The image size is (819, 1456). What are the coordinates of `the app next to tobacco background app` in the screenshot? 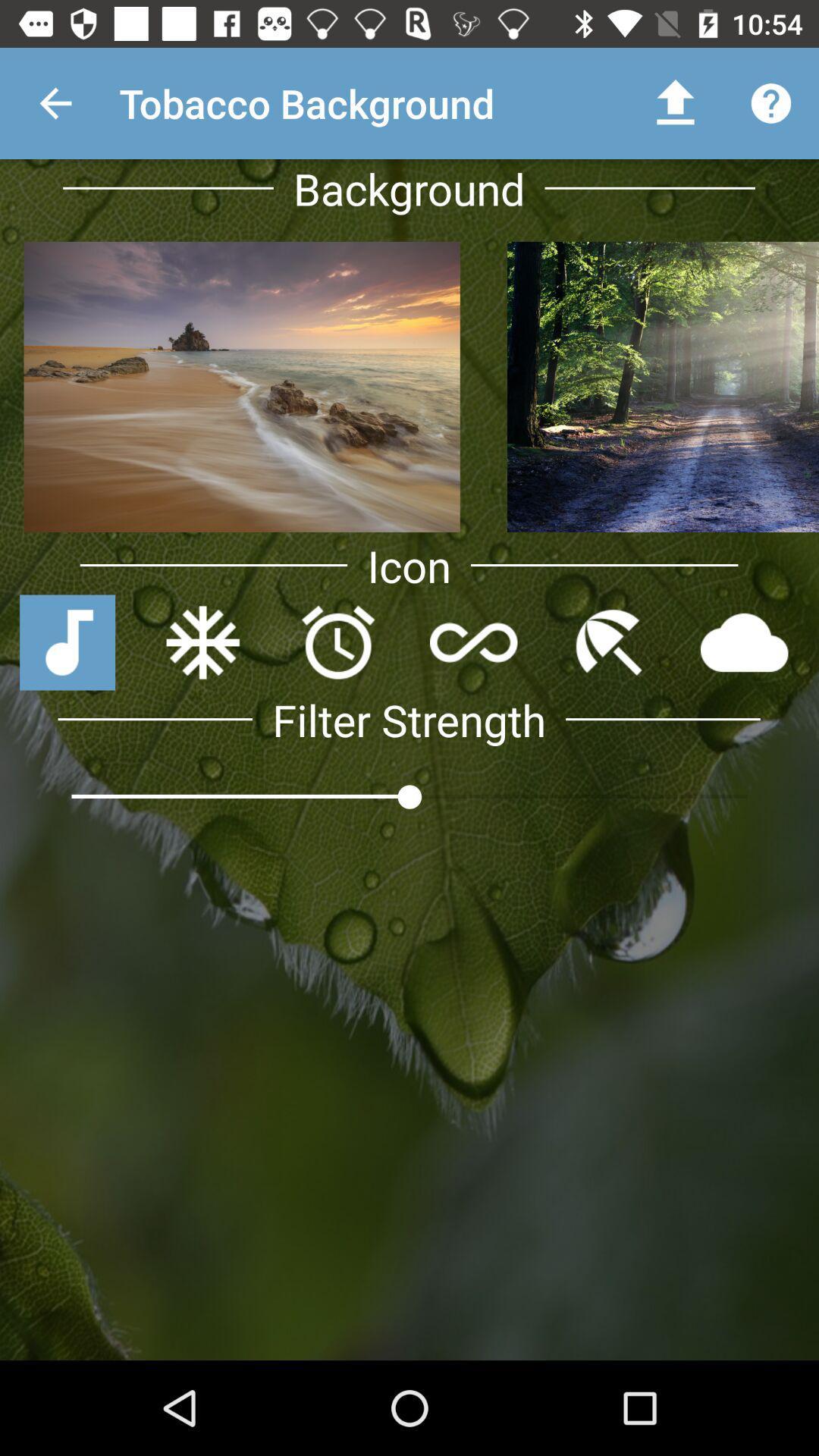 It's located at (55, 102).